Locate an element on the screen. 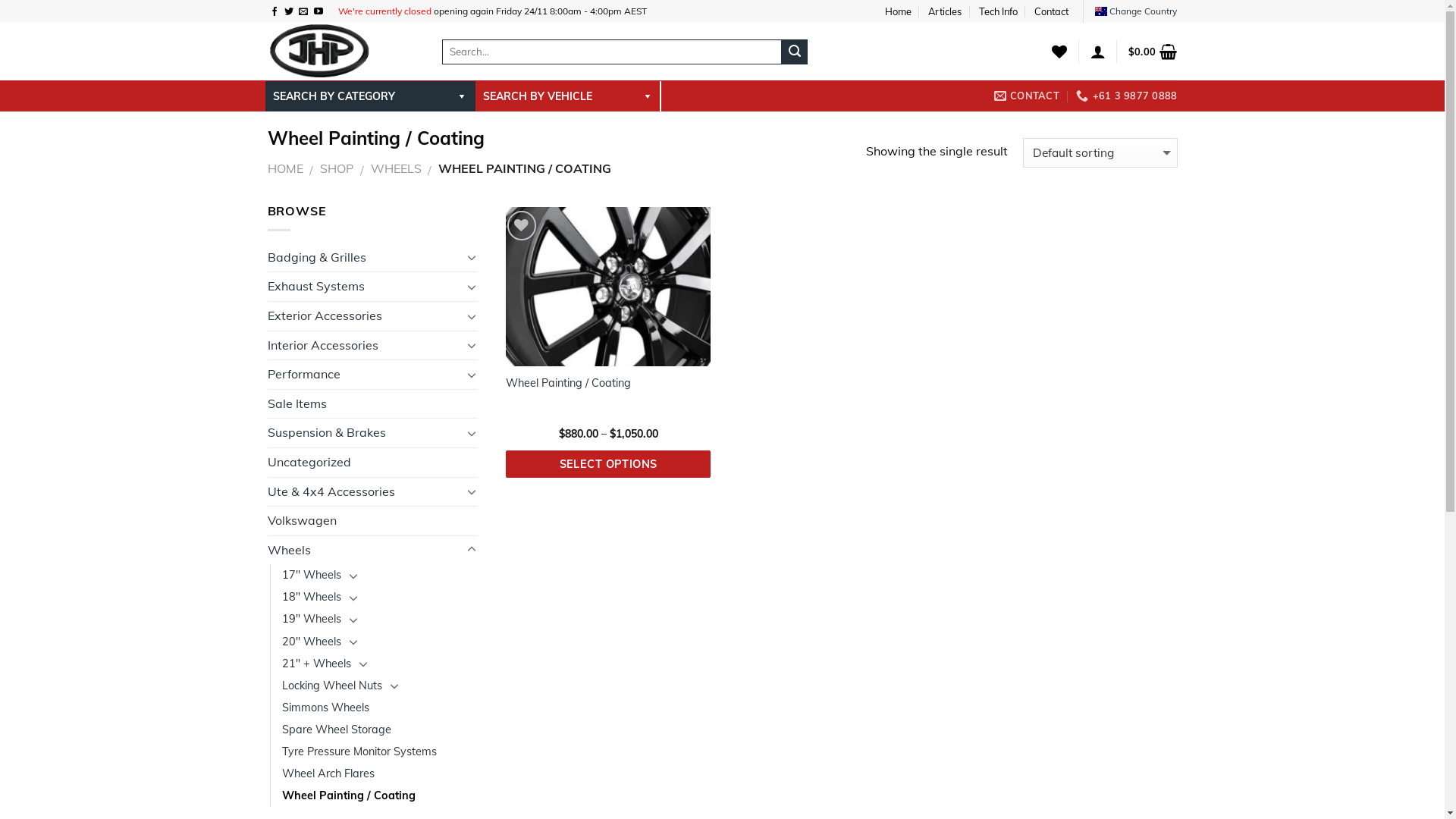 The height and width of the screenshot is (819, 1456). 'Tech Info' is located at coordinates (979, 11).